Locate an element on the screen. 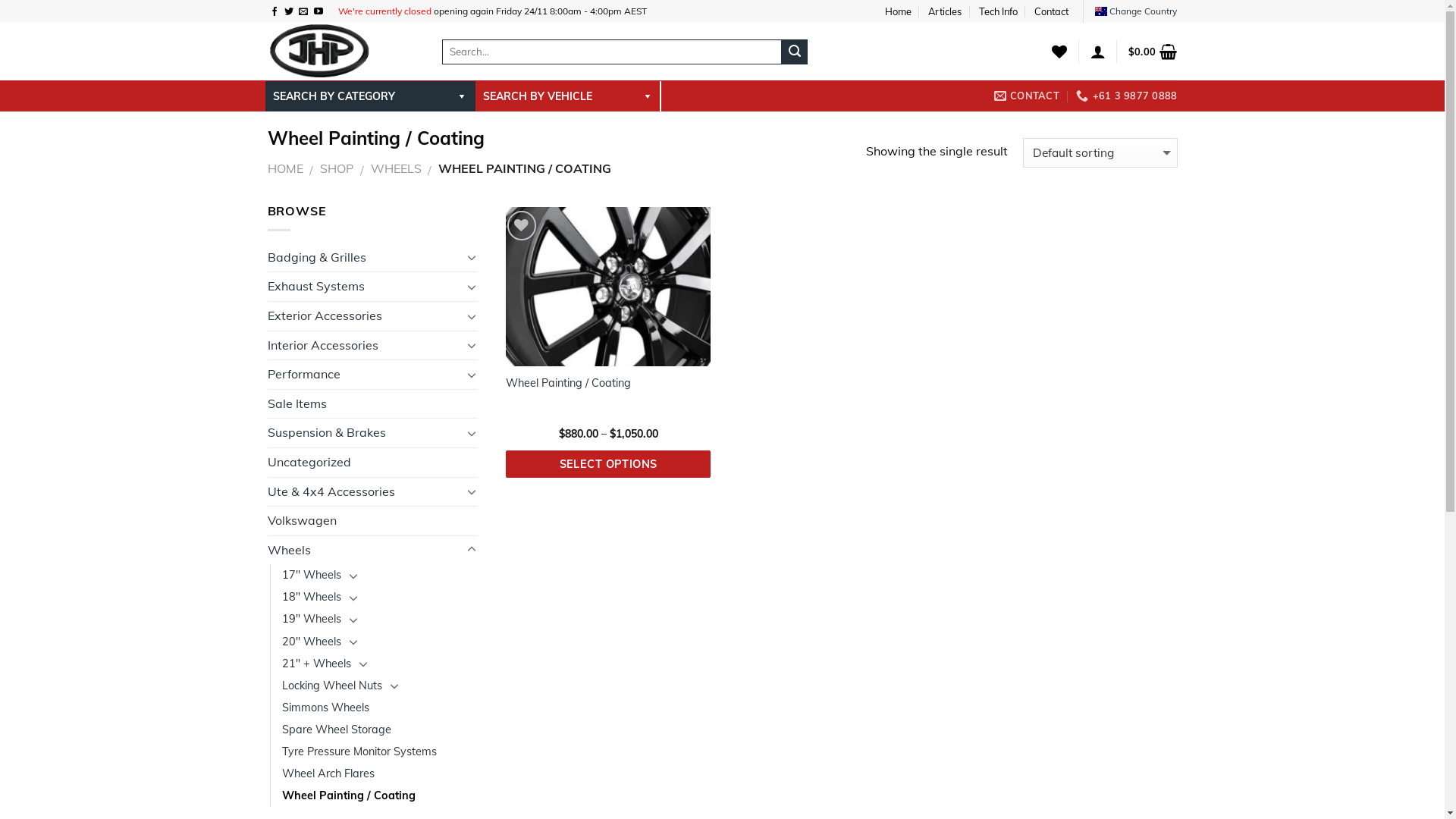 The height and width of the screenshot is (819, 1456). 'Tech Info' is located at coordinates (979, 11).